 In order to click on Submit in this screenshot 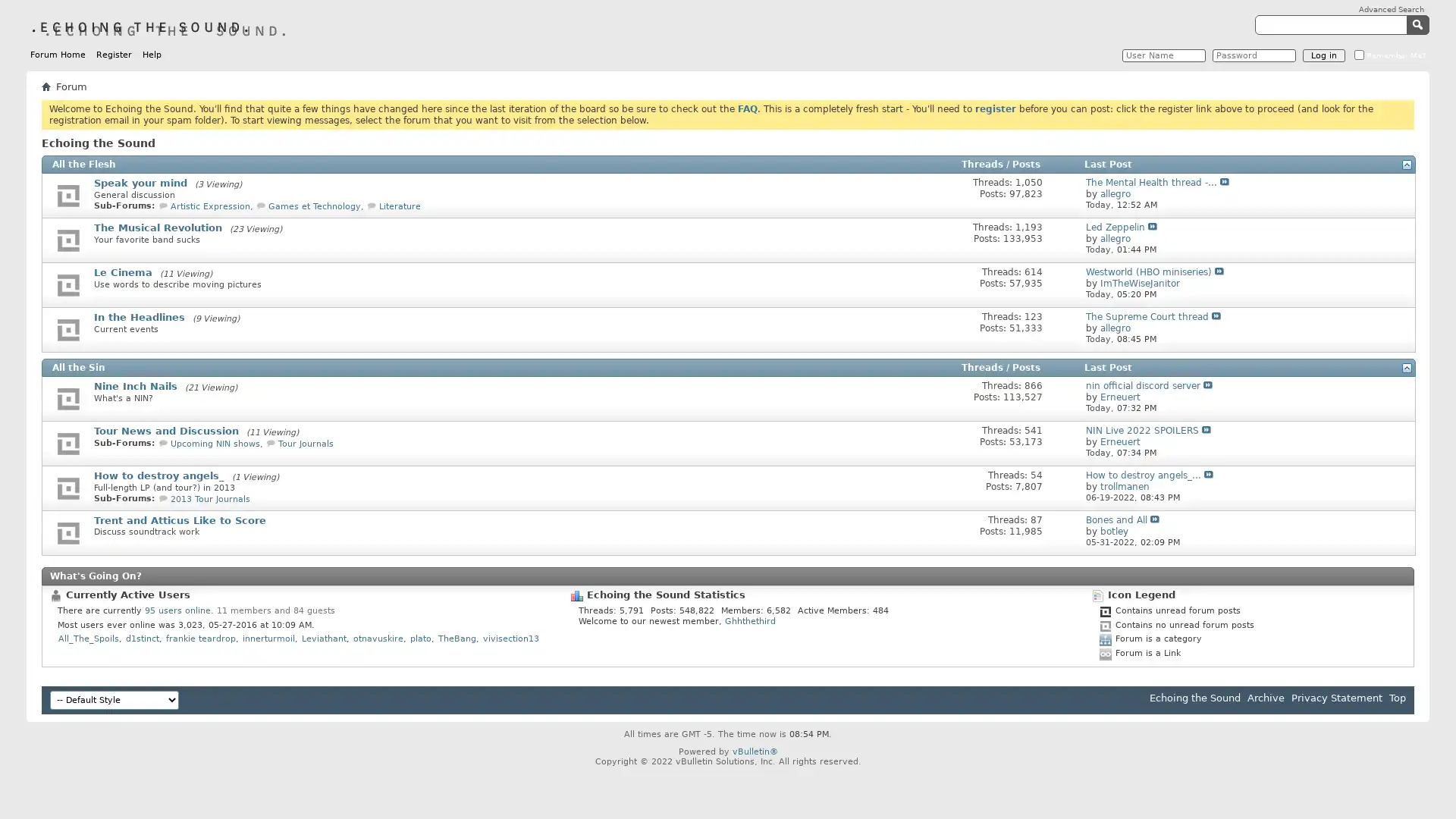, I will do `click(1419, 24)`.